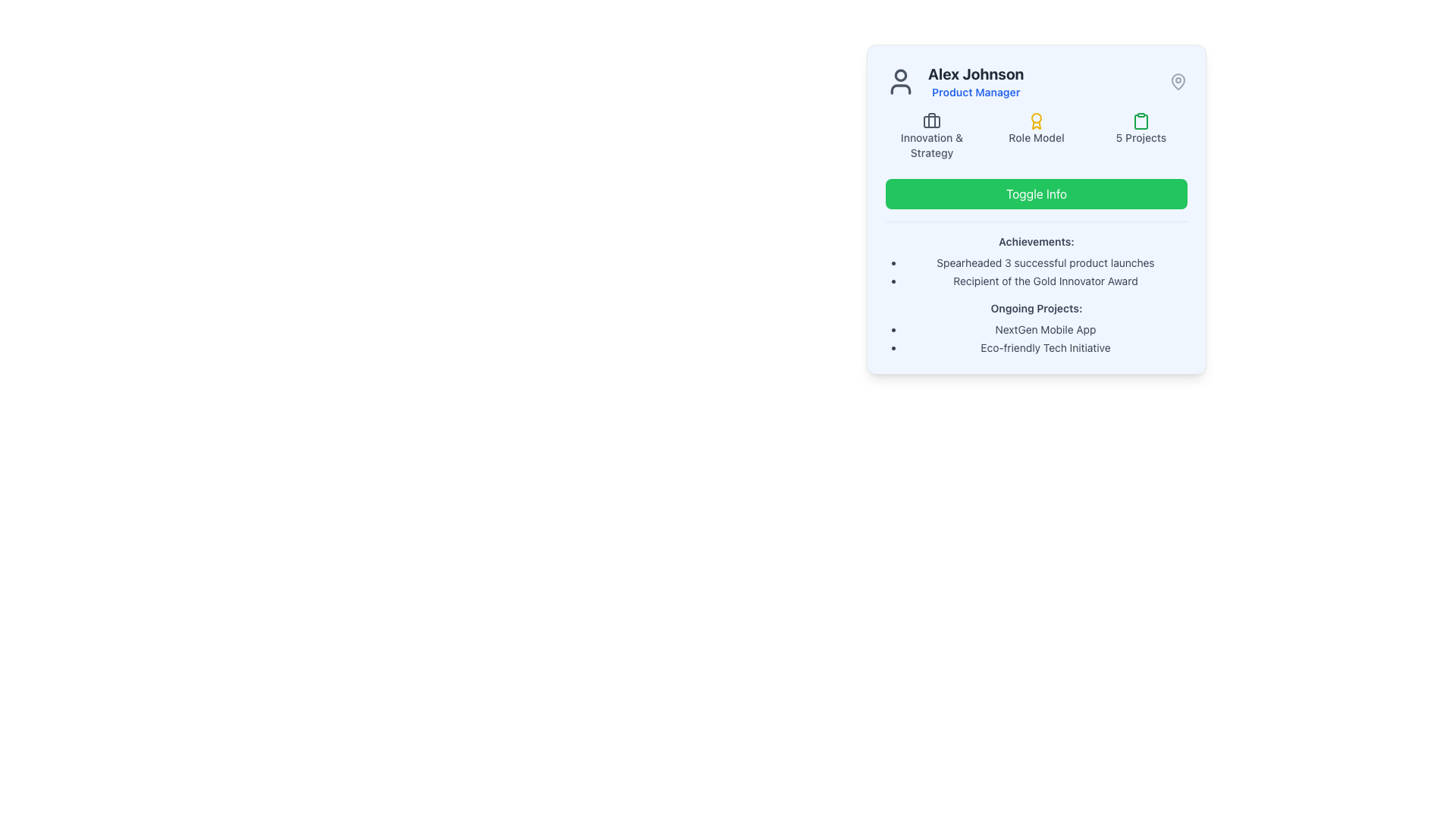 The height and width of the screenshot is (819, 1456). What do you see at coordinates (901, 75) in the screenshot?
I see `the small circular node that forms the head component of the user icon, which is styled with a gray outline and positioned at the top-left corner of the profile card` at bounding box center [901, 75].